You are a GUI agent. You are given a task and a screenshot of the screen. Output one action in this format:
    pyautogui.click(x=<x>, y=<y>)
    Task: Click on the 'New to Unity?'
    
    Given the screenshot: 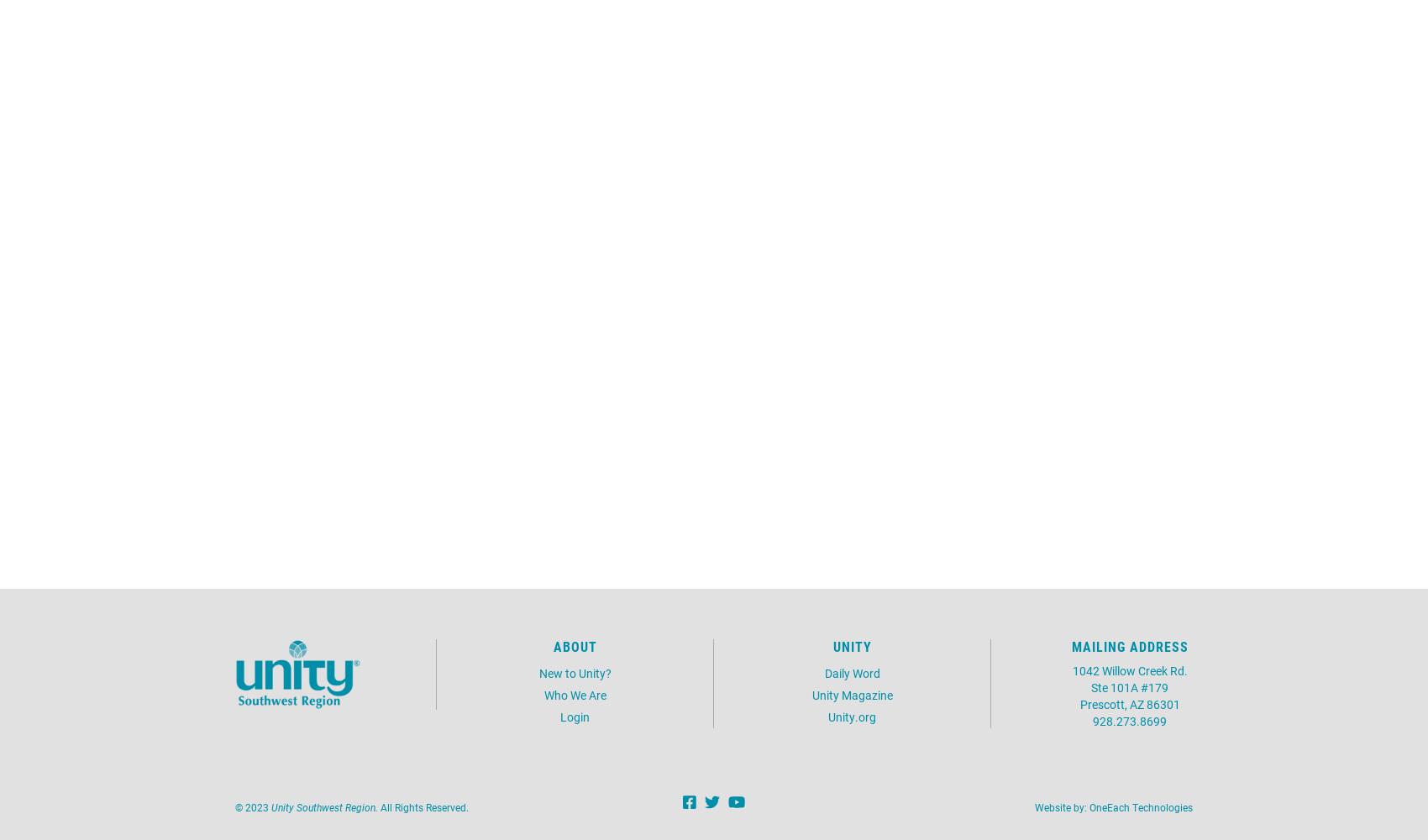 What is the action you would take?
    pyautogui.click(x=575, y=672)
    